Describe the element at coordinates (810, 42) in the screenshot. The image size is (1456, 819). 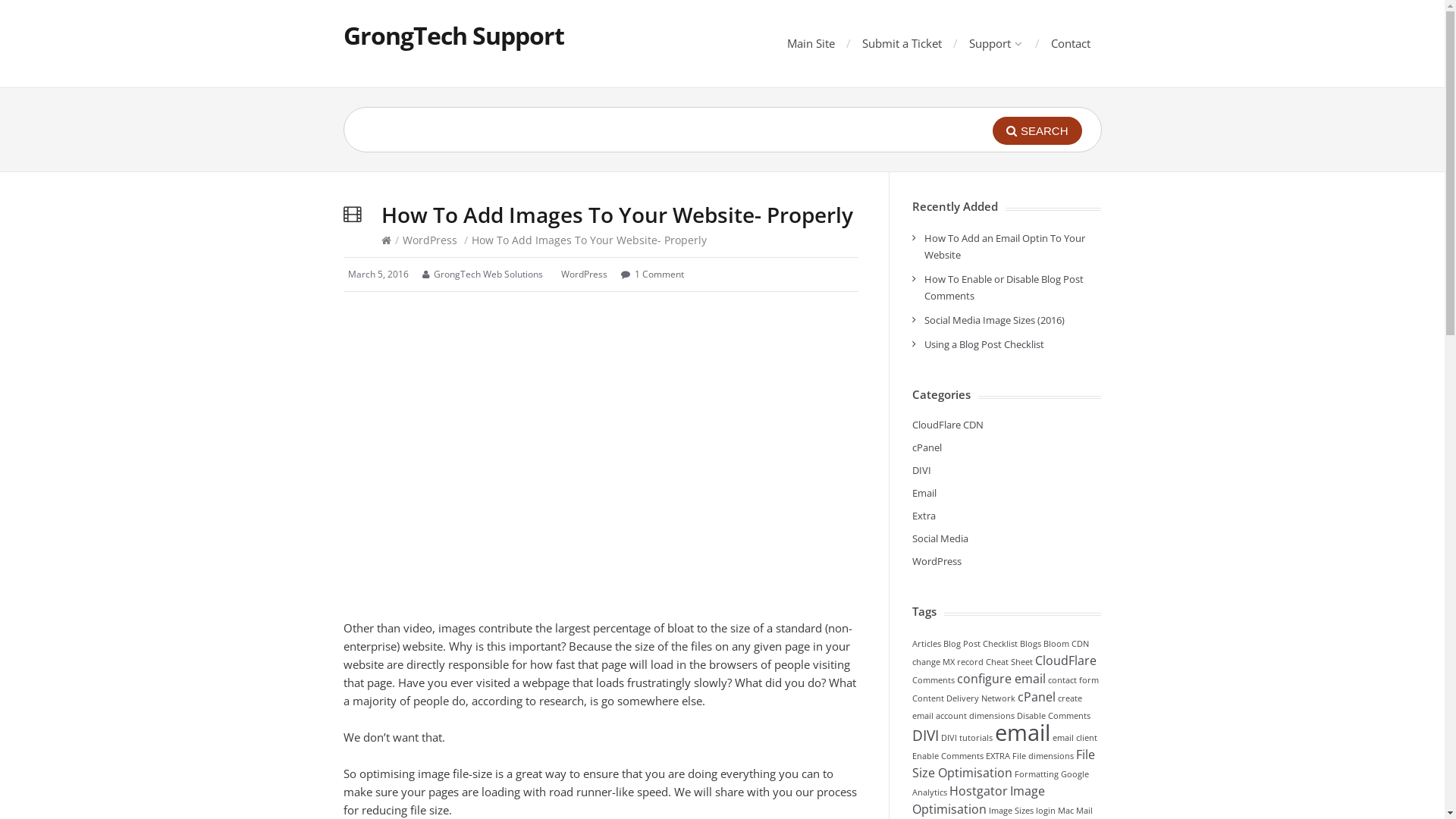
I see `'Main Site'` at that location.